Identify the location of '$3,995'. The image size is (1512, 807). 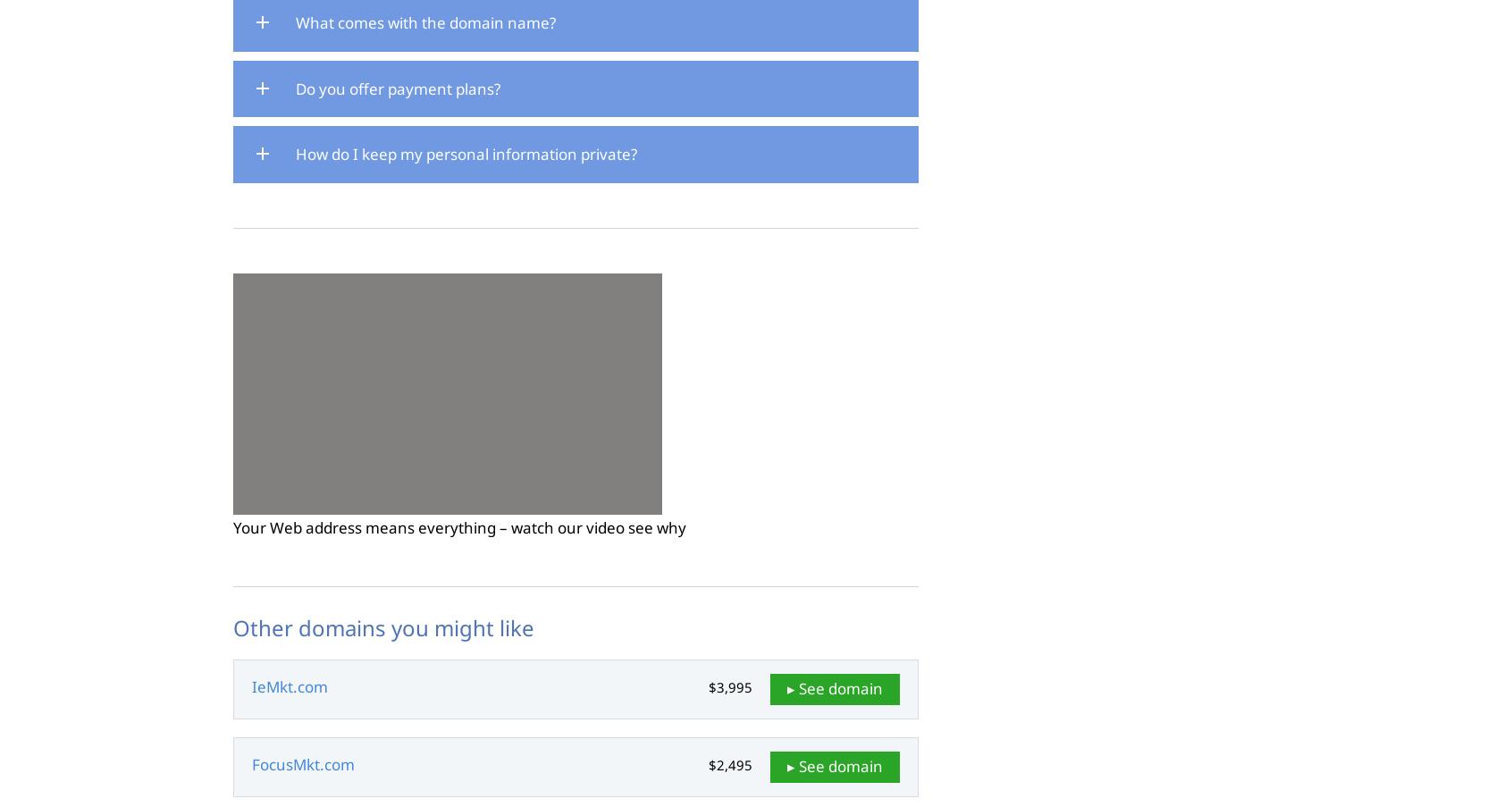
(730, 686).